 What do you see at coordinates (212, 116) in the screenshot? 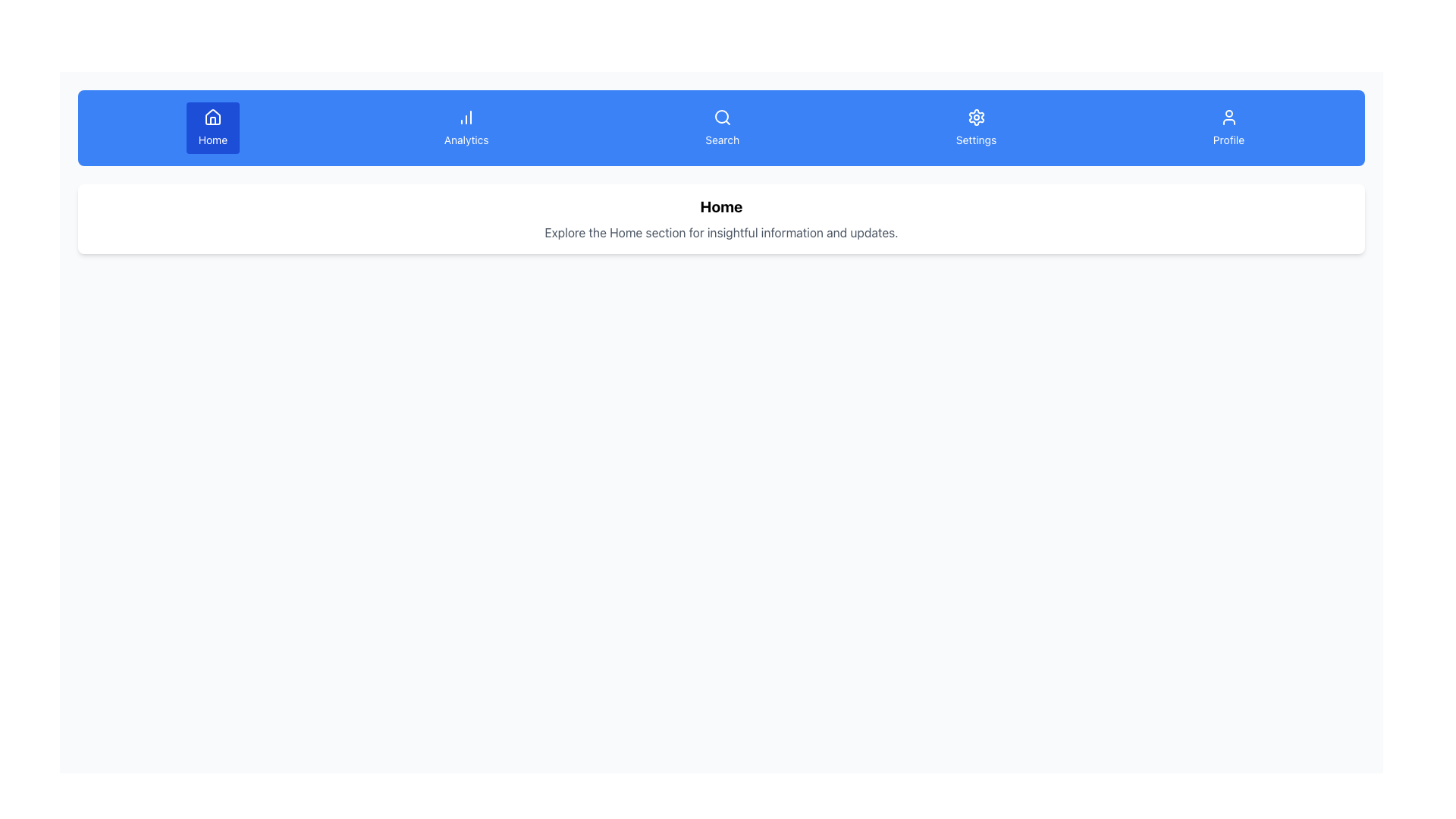
I see `the 'Home' icon located in the blue rectangular section on the menu bar` at bounding box center [212, 116].